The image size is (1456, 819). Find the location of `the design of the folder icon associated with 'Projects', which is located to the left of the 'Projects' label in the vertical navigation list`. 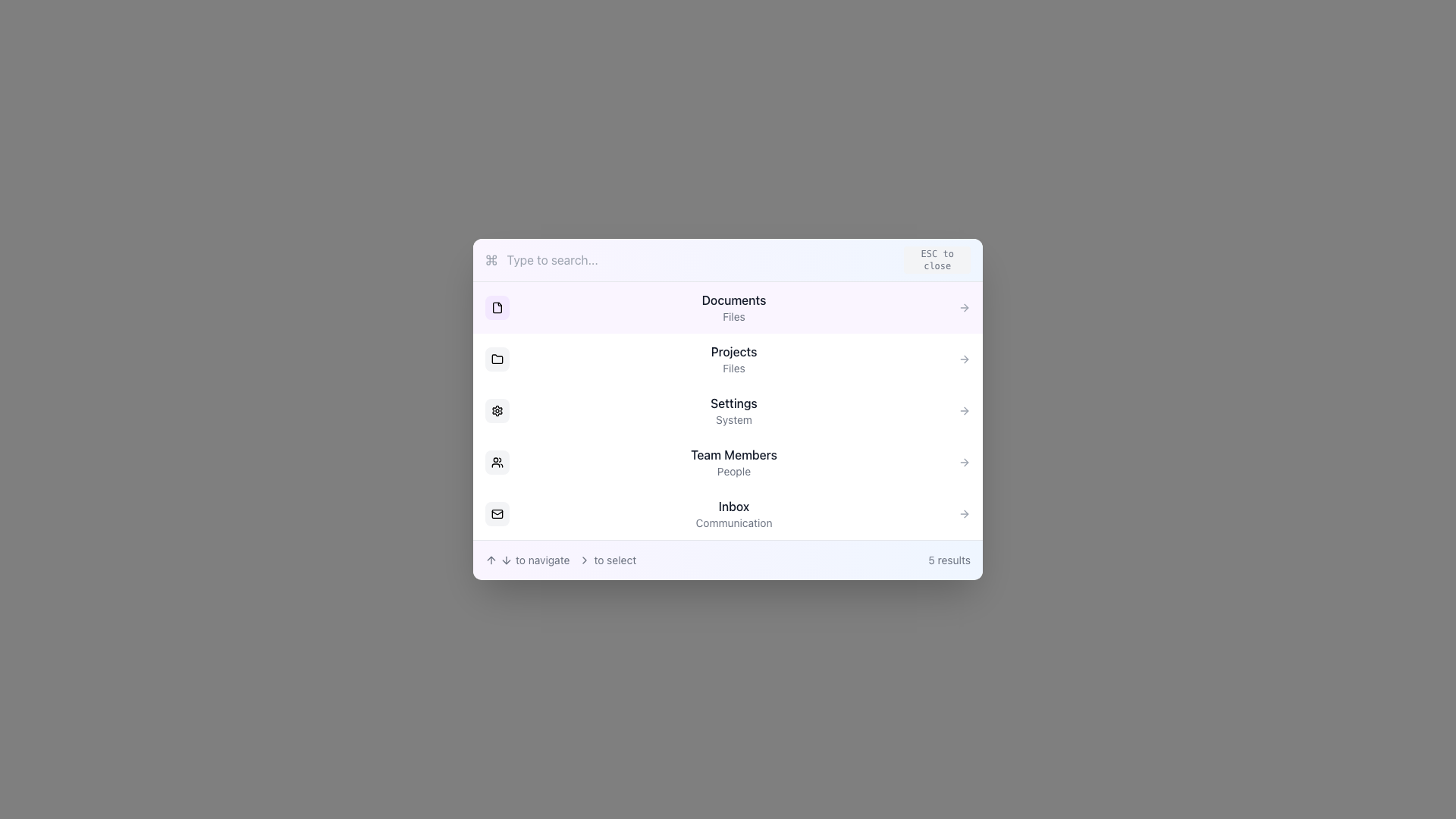

the design of the folder icon associated with 'Projects', which is located to the left of the 'Projects' label in the vertical navigation list is located at coordinates (497, 359).